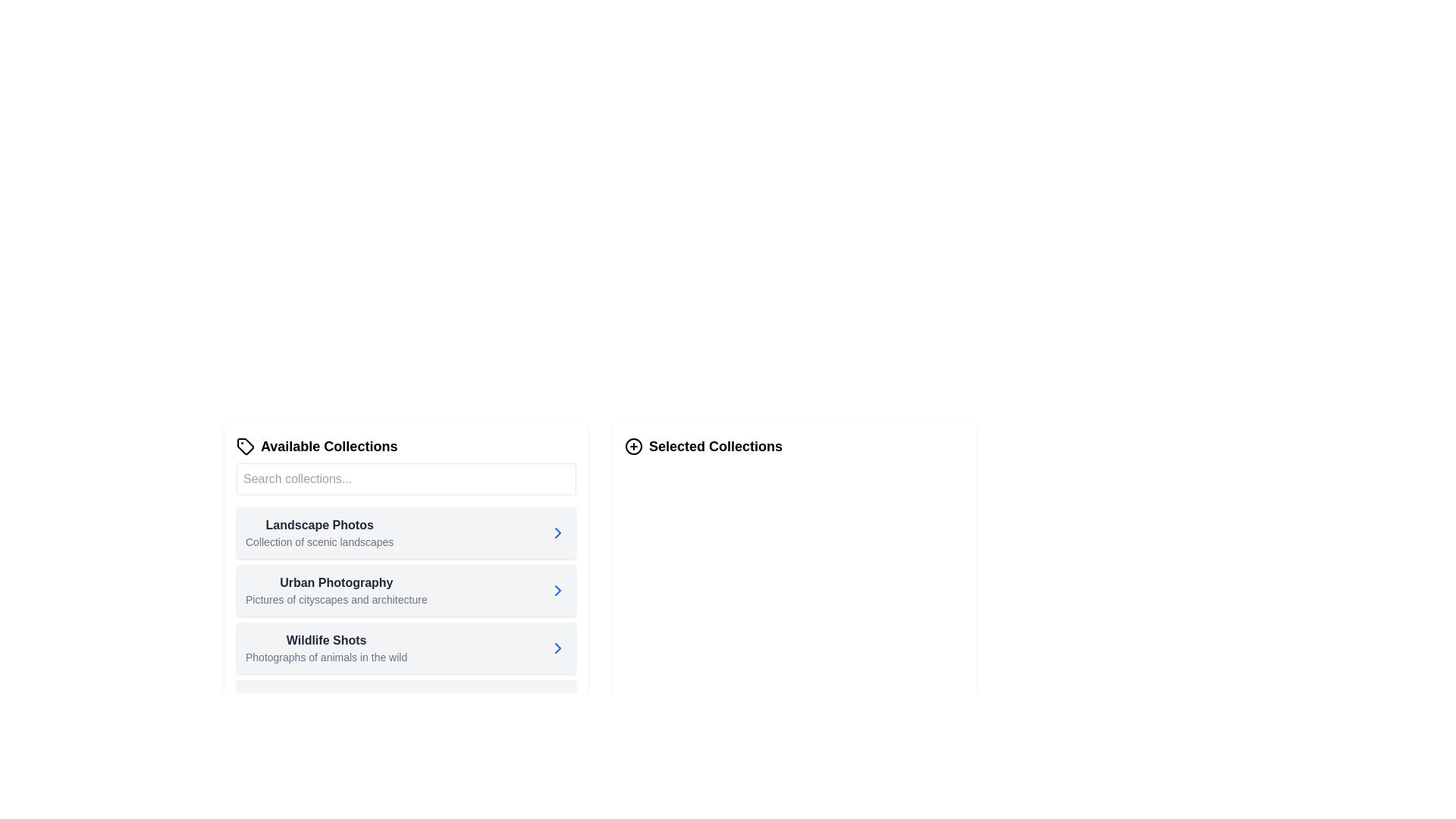 The height and width of the screenshot is (819, 1456). What do you see at coordinates (318, 541) in the screenshot?
I see `the descriptive Text label for the collection titled 'Landscape Photos', which is positioned immediately below the header text and aligned within the card-like structure in the 'Available Collections' section` at bounding box center [318, 541].